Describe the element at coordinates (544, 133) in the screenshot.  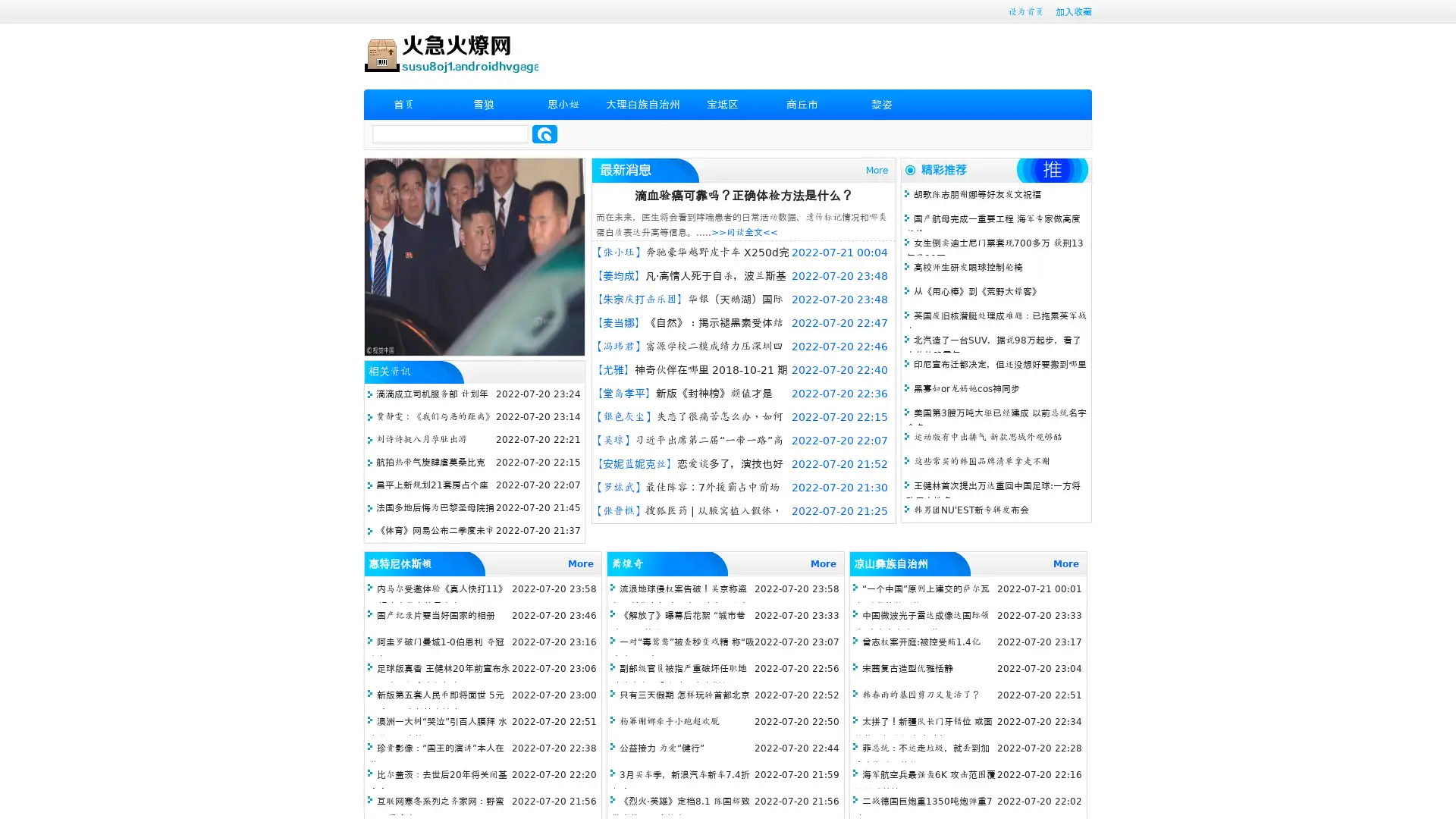
I see `Search` at that location.